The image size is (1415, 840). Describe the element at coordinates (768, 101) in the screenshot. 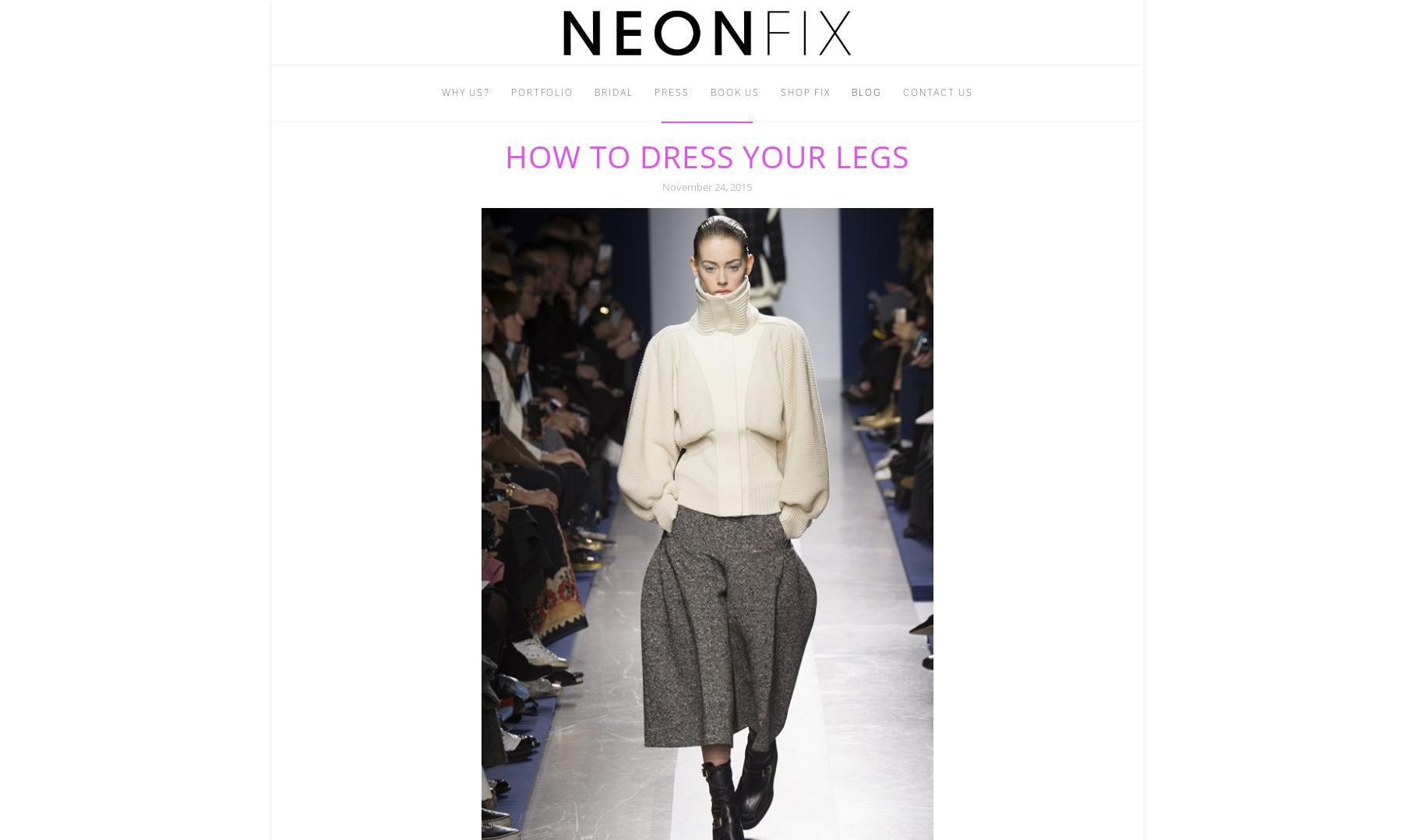

I see `'New York, NY, 10001'` at that location.